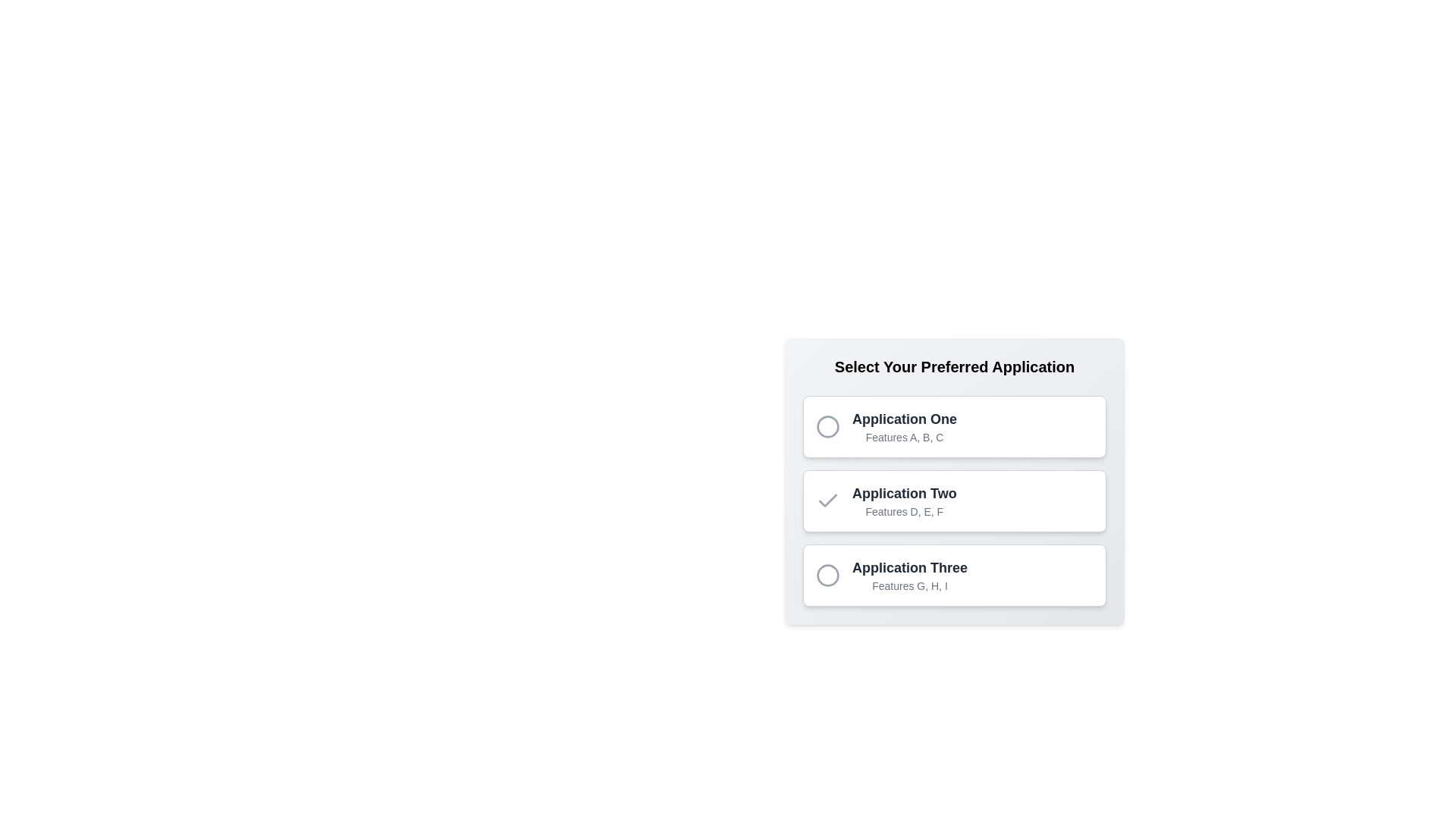 The height and width of the screenshot is (819, 1456). What do you see at coordinates (904, 512) in the screenshot?
I see `the static text label displaying 'Features D, E, F' to gain focus, which is located below the title 'Application Two' in the second selectable option of the vertical list` at bounding box center [904, 512].